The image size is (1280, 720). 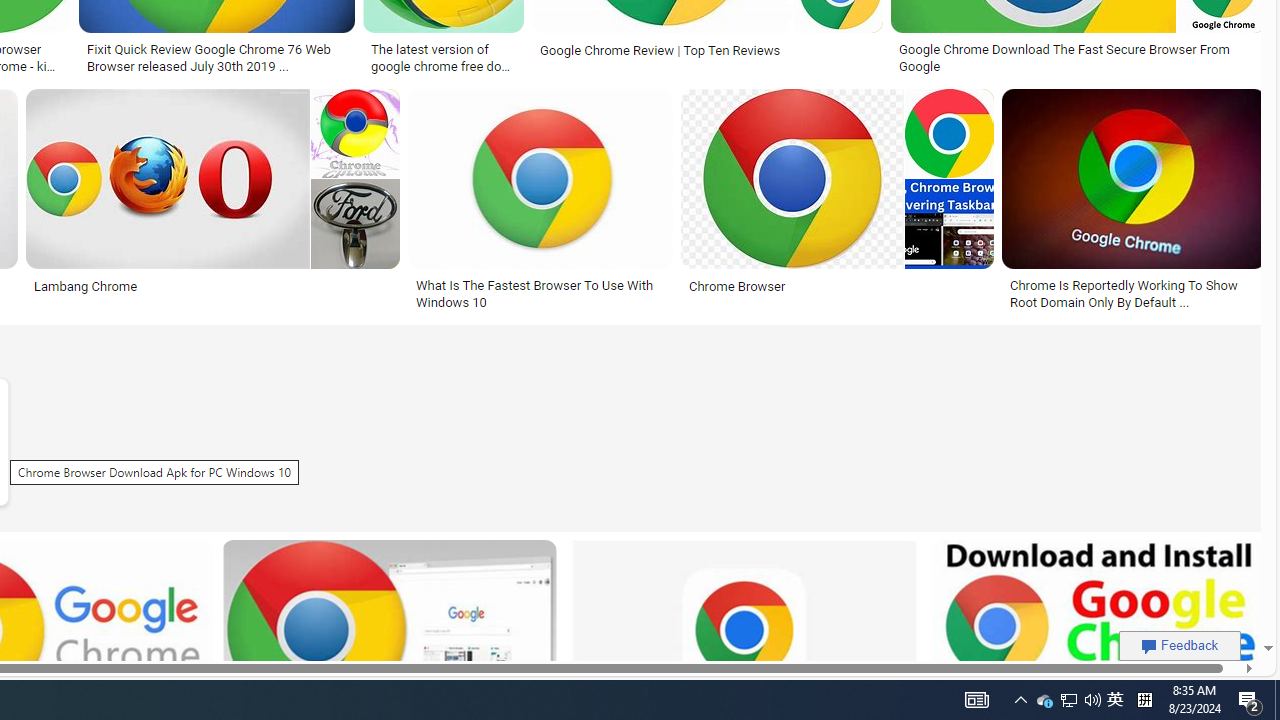 I want to click on 'The latest version of google chrome free download - gaimacro', so click(x=442, y=55).